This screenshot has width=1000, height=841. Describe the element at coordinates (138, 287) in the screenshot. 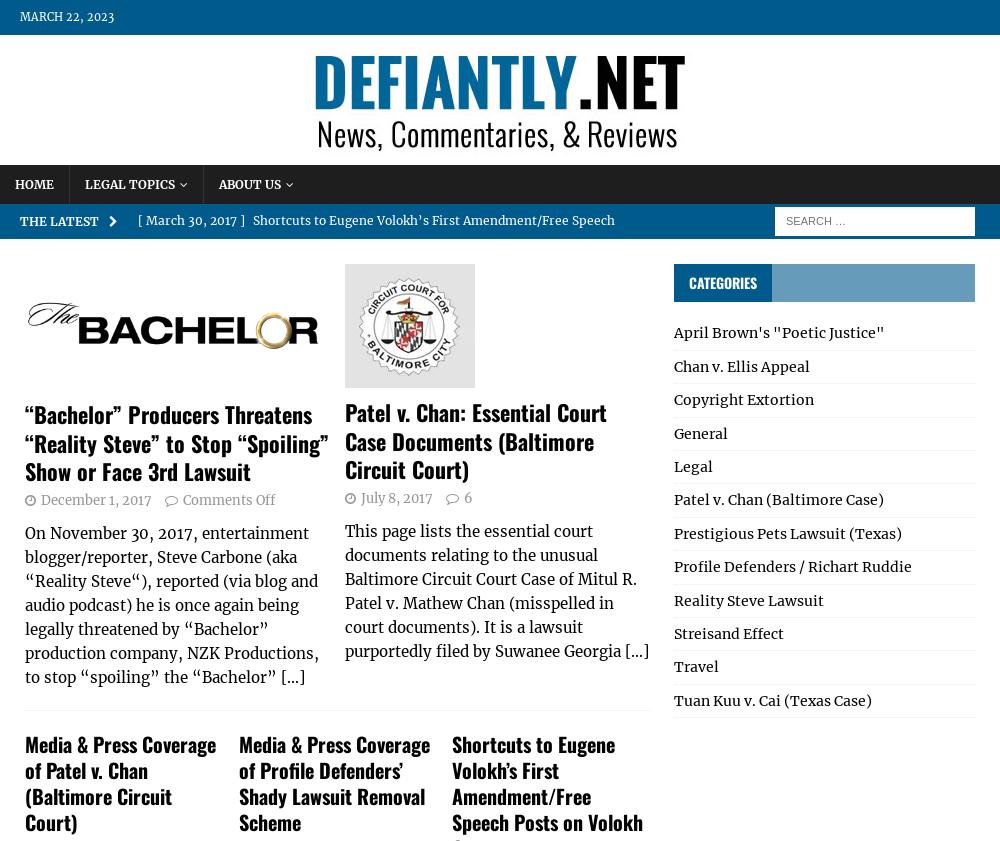

I see `'[ December 1, 2017 ]'` at that location.